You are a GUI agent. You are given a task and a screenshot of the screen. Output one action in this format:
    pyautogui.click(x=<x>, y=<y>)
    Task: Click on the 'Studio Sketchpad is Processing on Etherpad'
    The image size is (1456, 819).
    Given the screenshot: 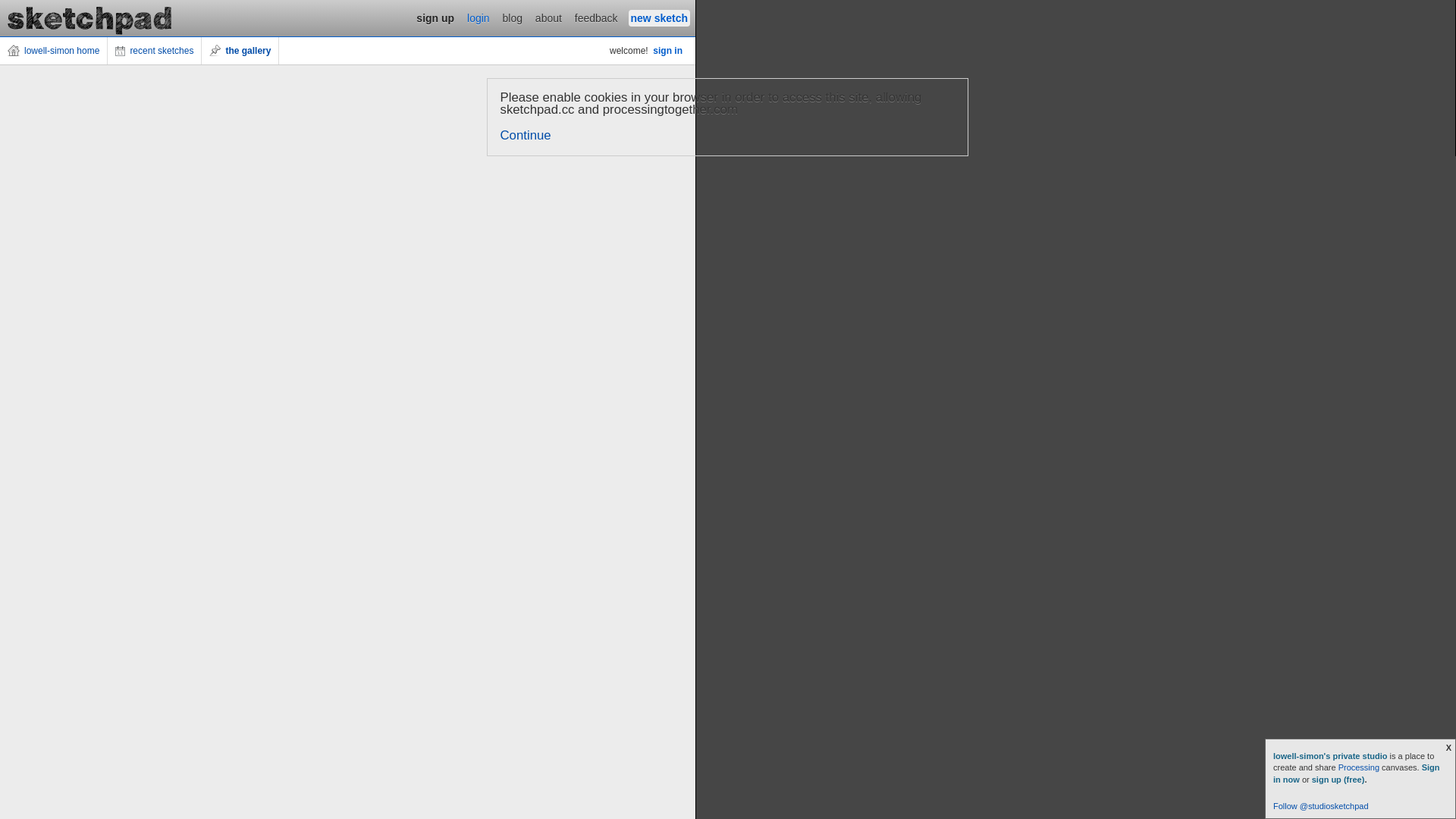 What is the action you would take?
    pyautogui.click(x=89, y=17)
    